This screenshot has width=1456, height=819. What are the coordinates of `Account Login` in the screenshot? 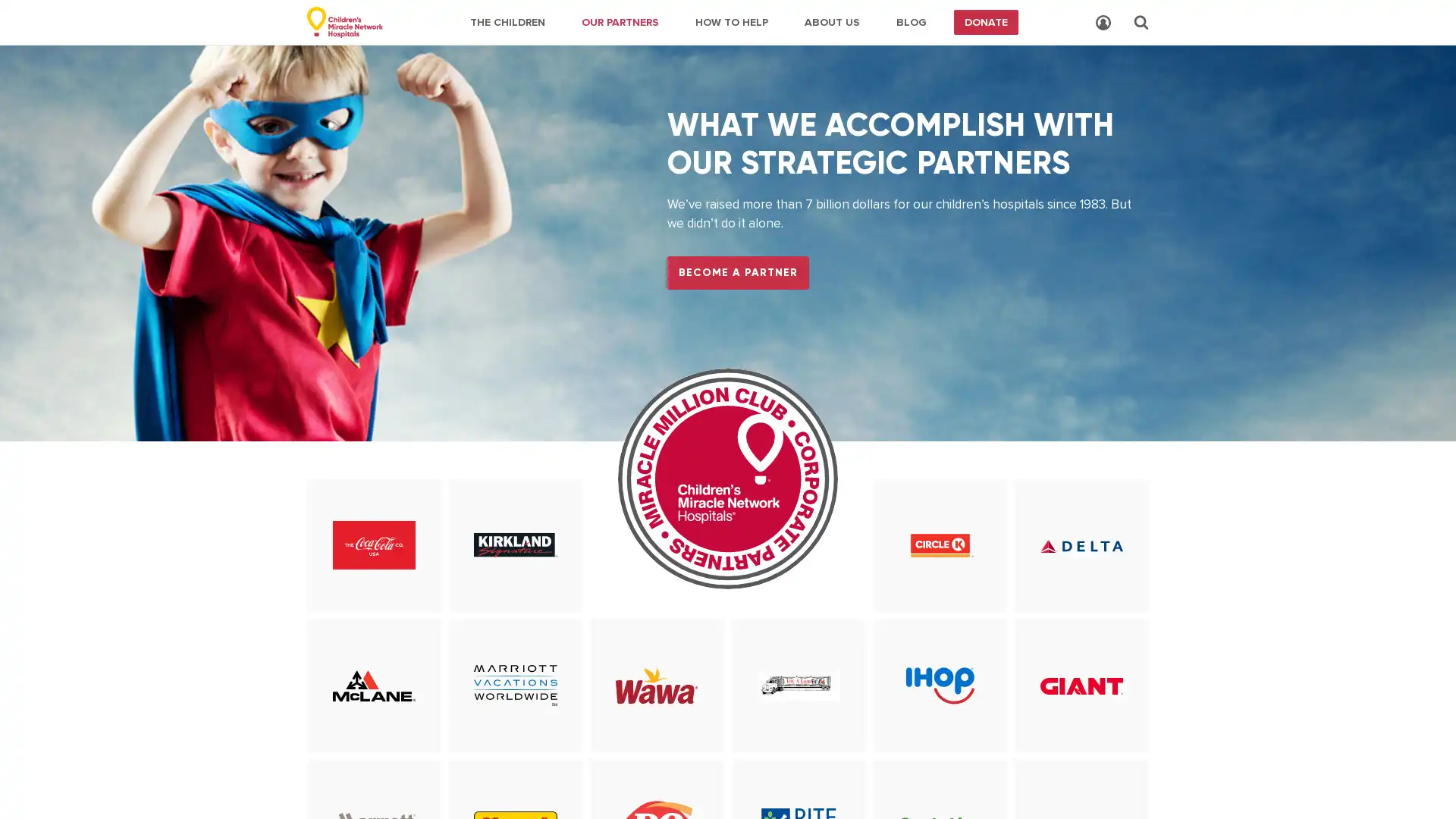 It's located at (1103, 23).